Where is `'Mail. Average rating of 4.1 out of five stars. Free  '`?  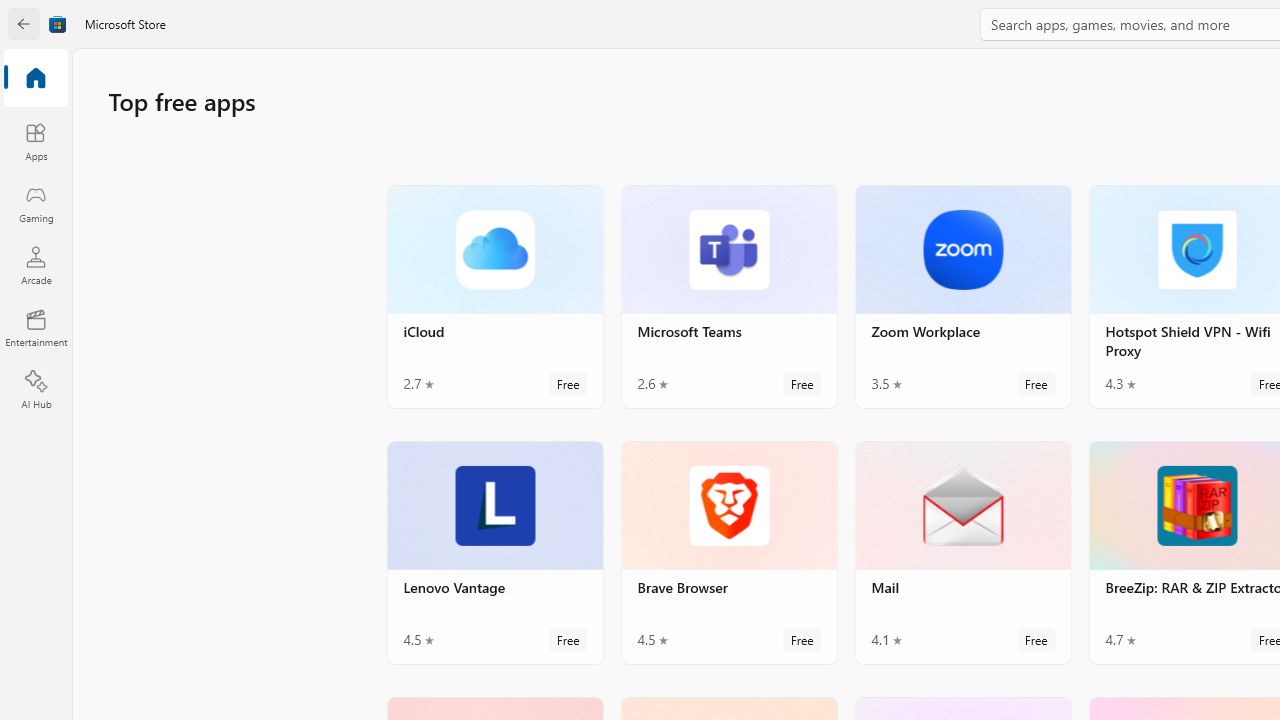 'Mail. Average rating of 4.1 out of five stars. Free  ' is located at coordinates (963, 551).